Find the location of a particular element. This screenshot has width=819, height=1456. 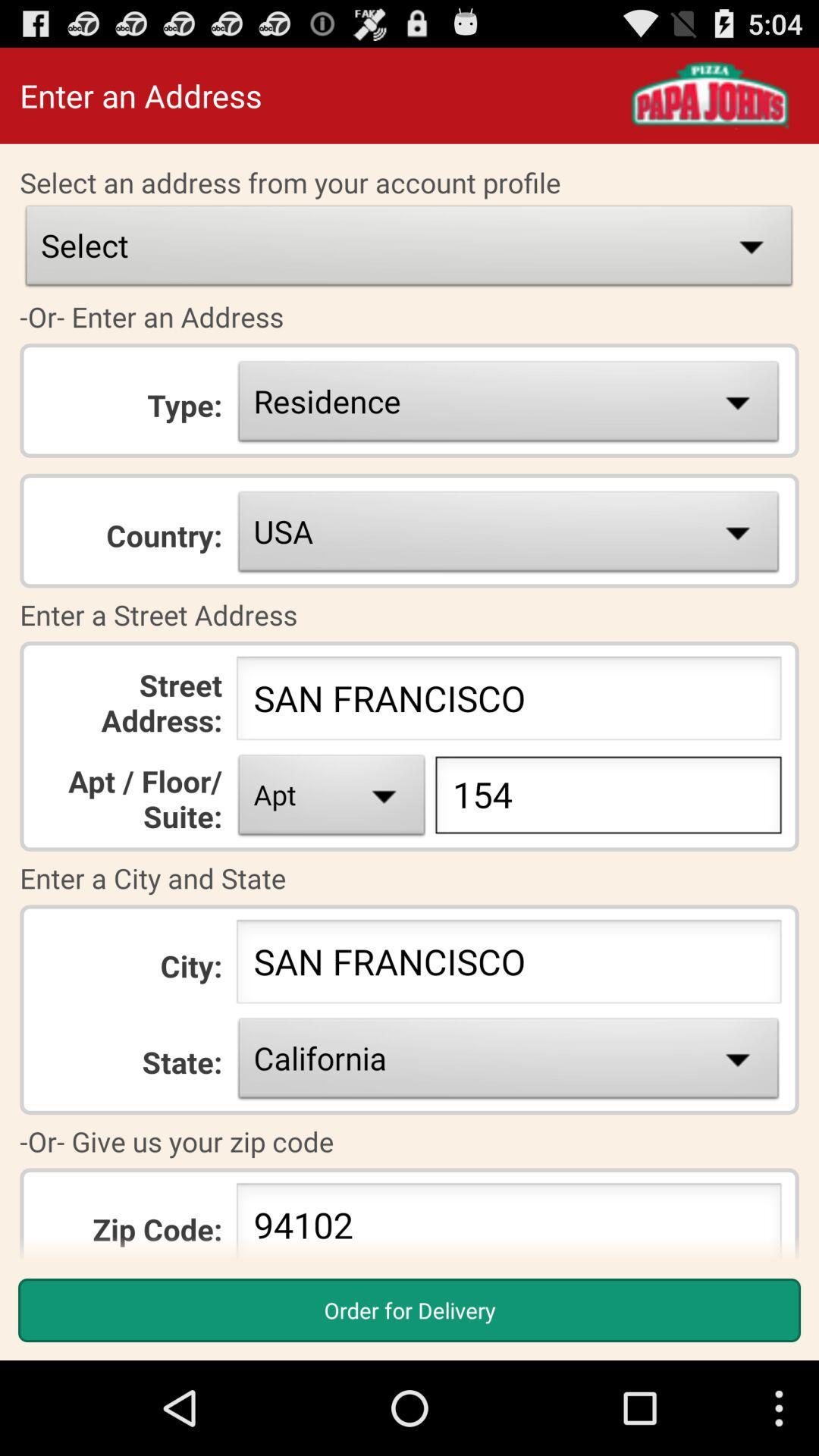

type san francisco just to the right of city is located at coordinates (509, 965).